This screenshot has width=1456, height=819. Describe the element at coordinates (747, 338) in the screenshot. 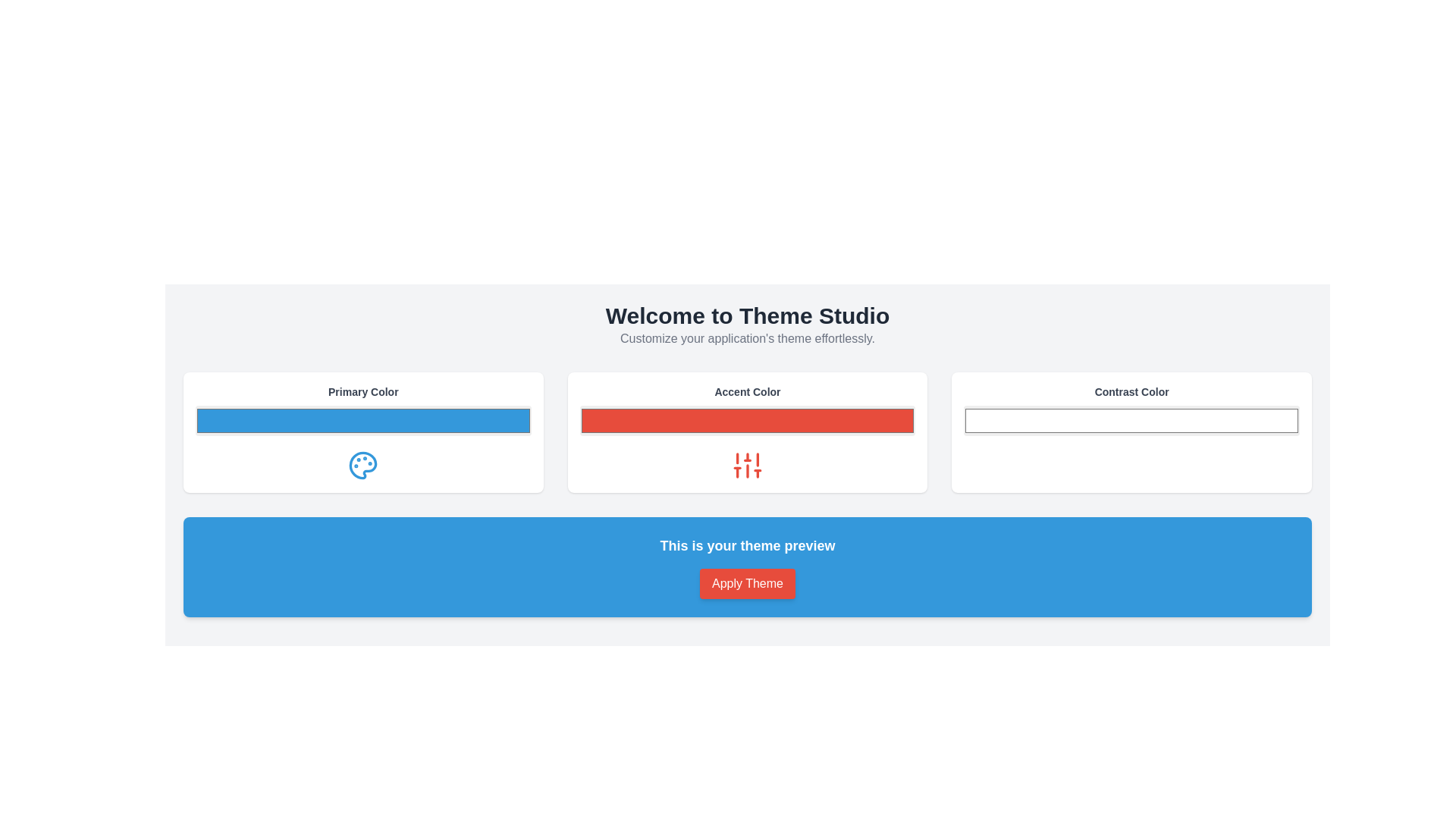

I see `the static text label reading 'Customize your application's theme effortlessly.', which is positioned below the heading 'Welcome to Theme Studio'` at that location.